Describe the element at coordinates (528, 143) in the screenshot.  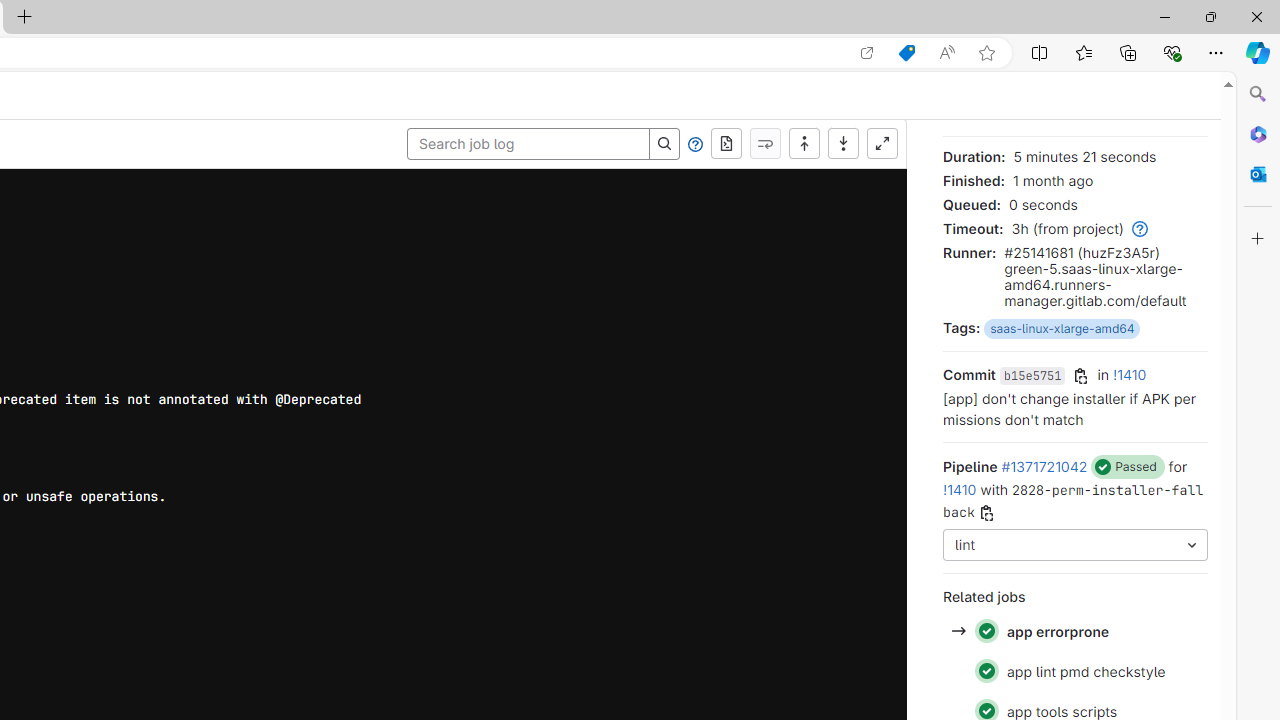
I see `'Search job log'` at that location.